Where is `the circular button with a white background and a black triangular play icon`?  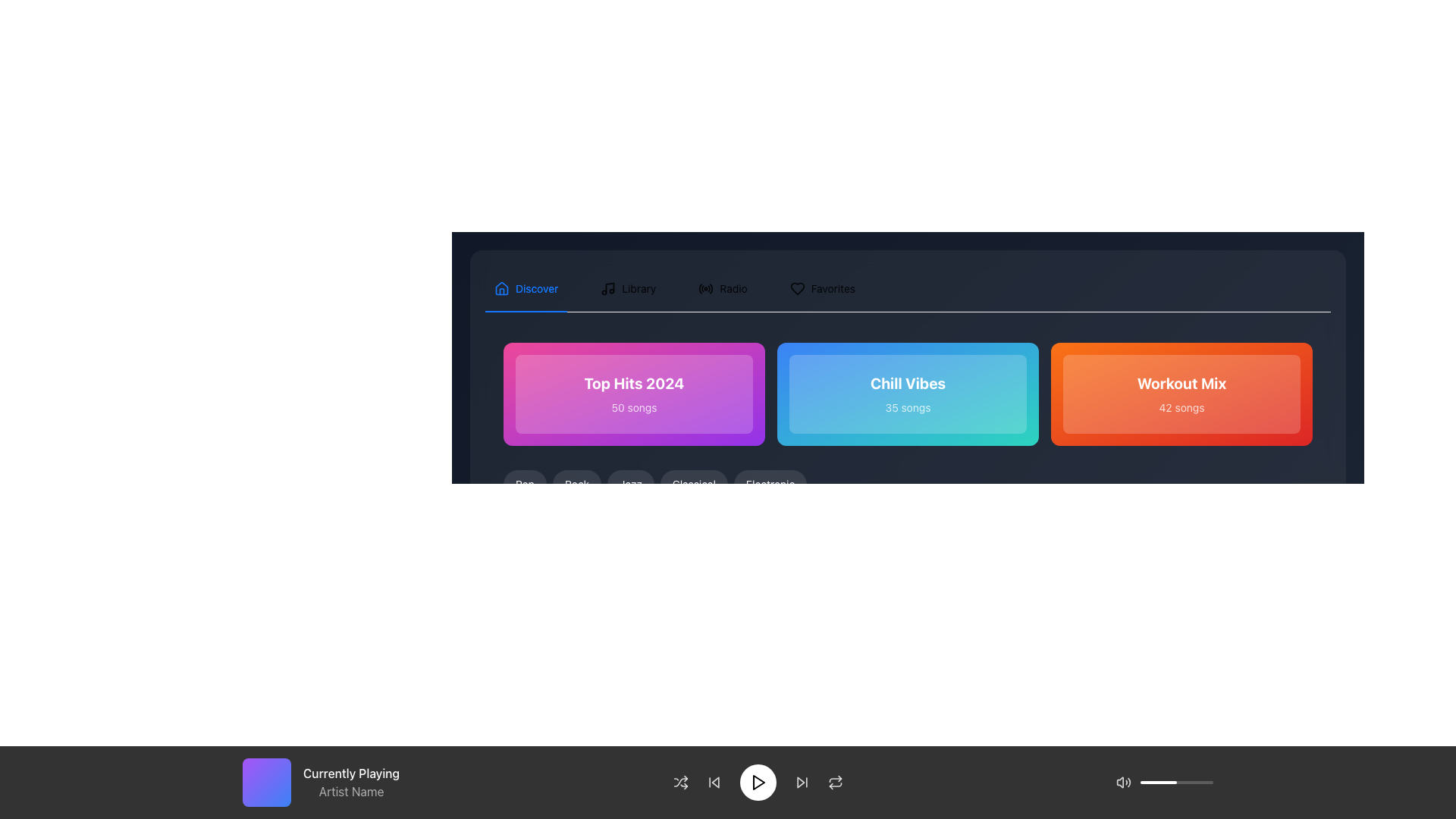 the circular button with a white background and a black triangular play icon is located at coordinates (758, 783).